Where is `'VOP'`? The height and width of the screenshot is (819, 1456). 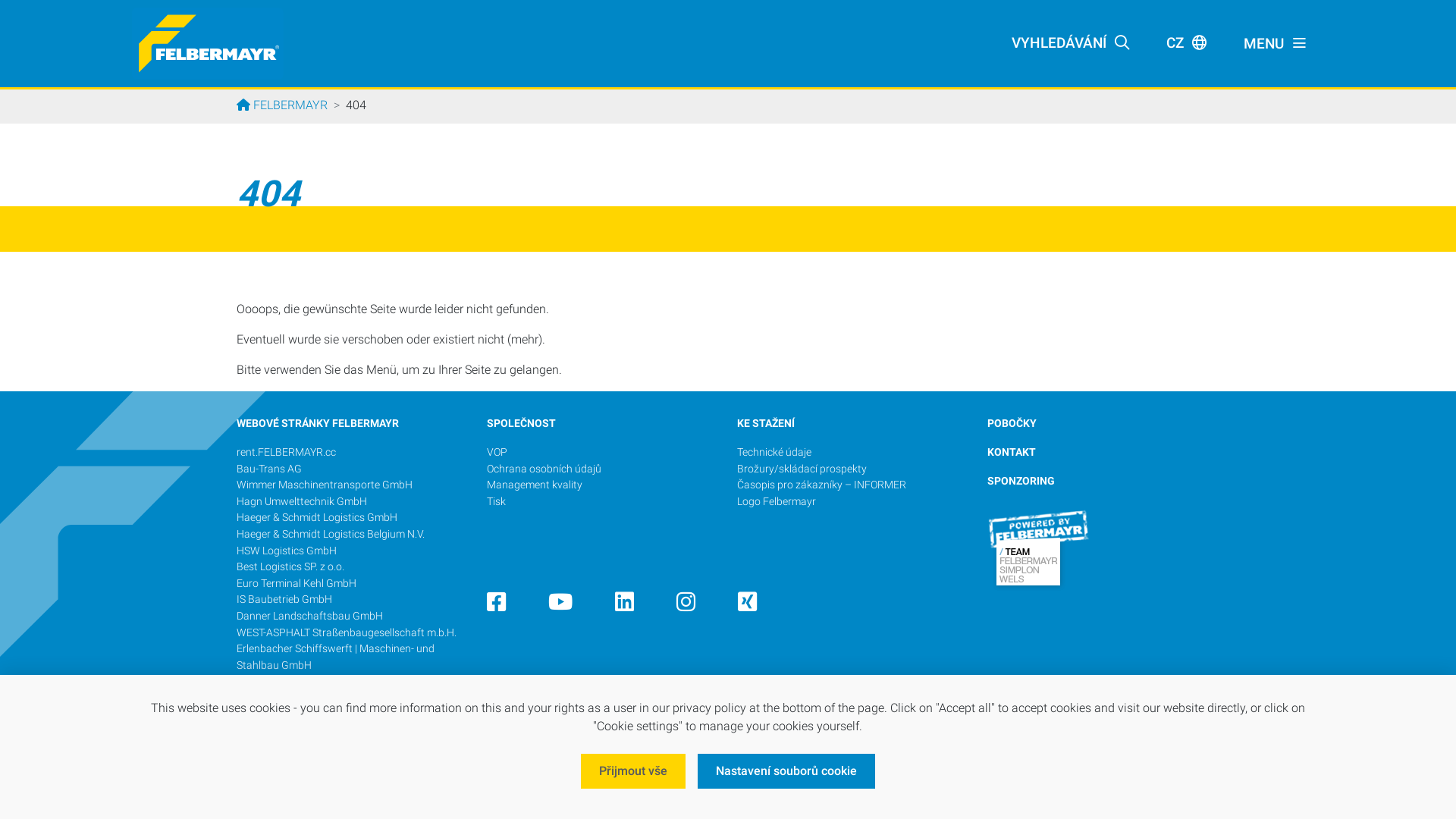 'VOP' is located at coordinates (497, 451).